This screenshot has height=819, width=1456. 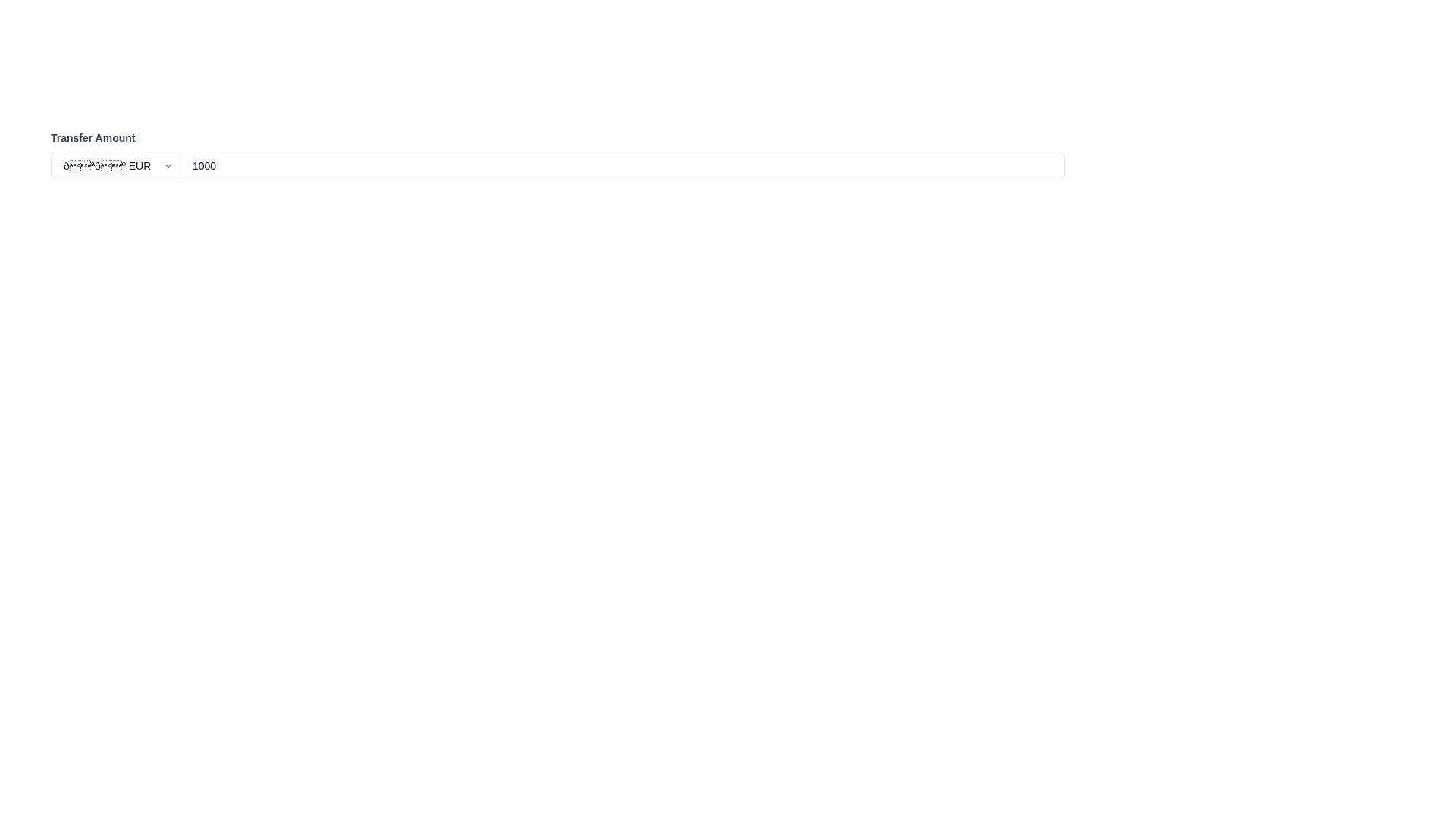 What do you see at coordinates (115, 166) in the screenshot?
I see `the dropdown menu displaying various currency codes and flags, located to the left of the numeric input field and under the 'Transfer Amount' label` at bounding box center [115, 166].